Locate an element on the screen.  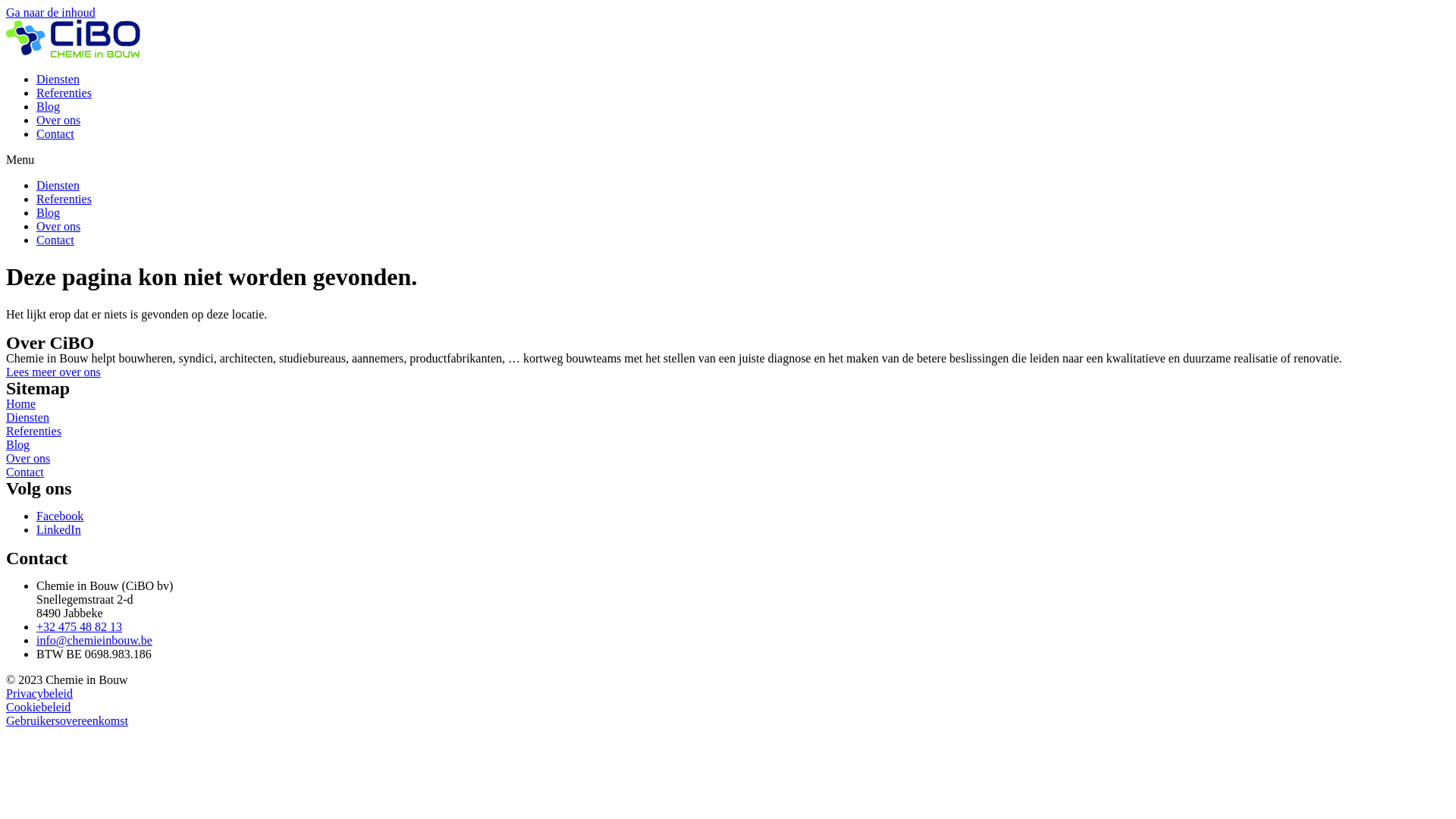
'Referenties' is located at coordinates (33, 431).